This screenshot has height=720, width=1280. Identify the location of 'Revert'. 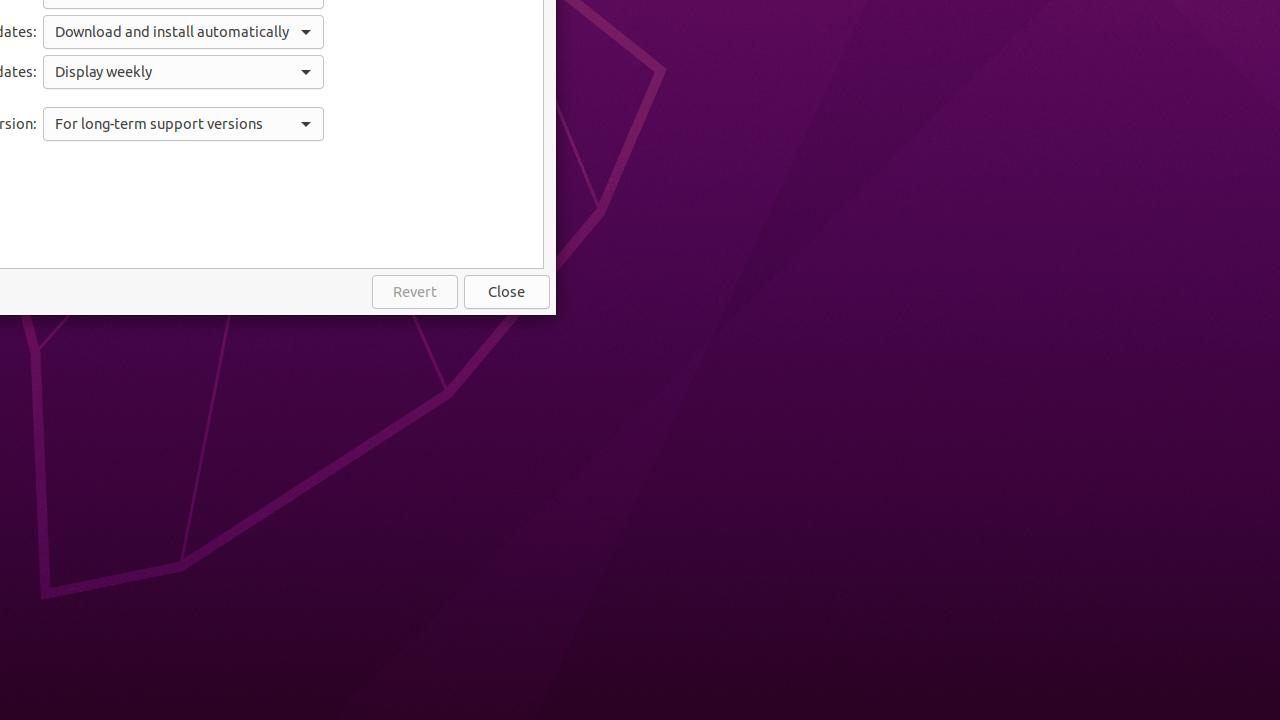
(413, 292).